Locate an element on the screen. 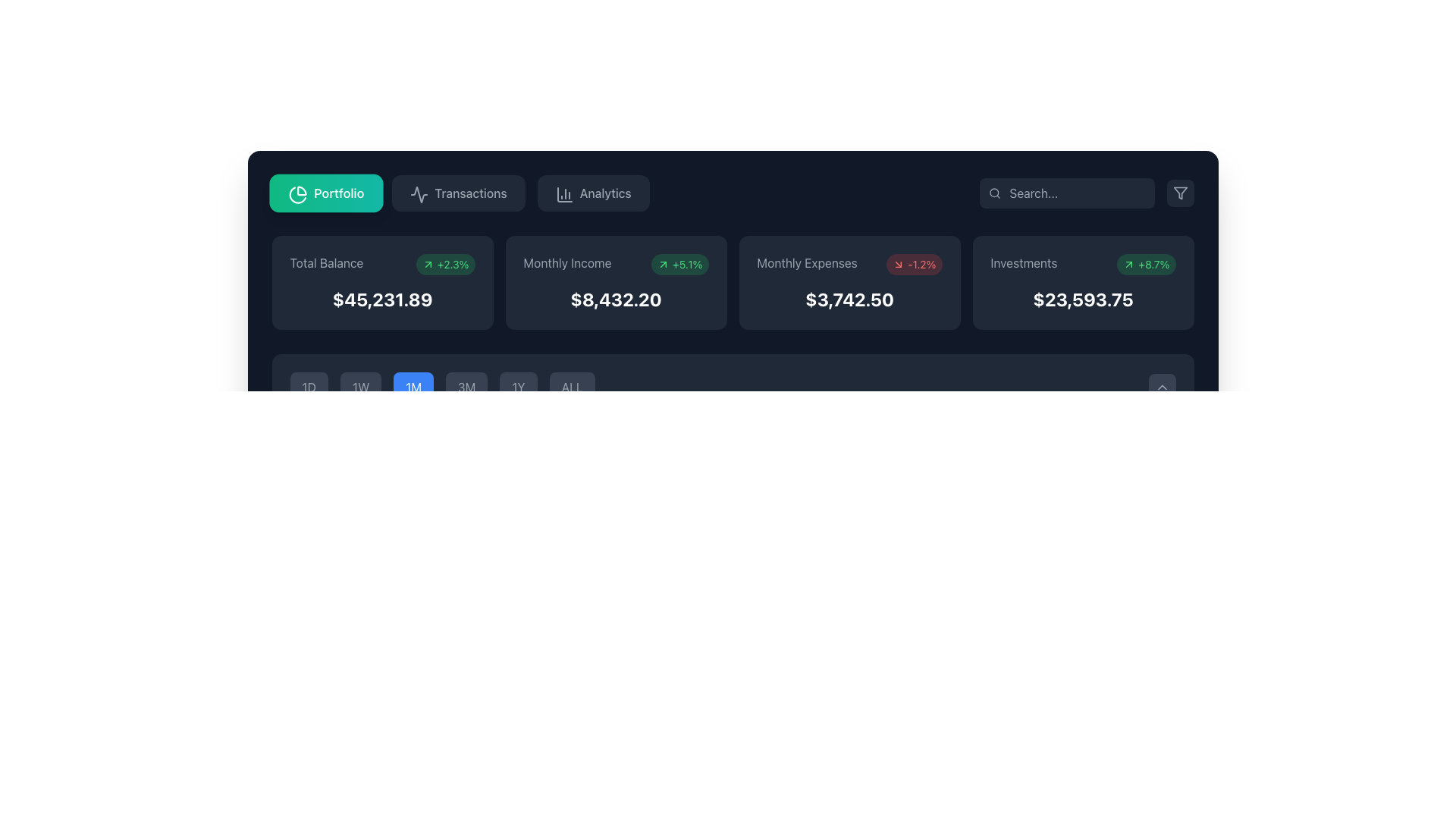 This screenshot has height=819, width=1456. the 'Portfolio' text label located within the button at the top left of the interface is located at coordinates (337, 192).